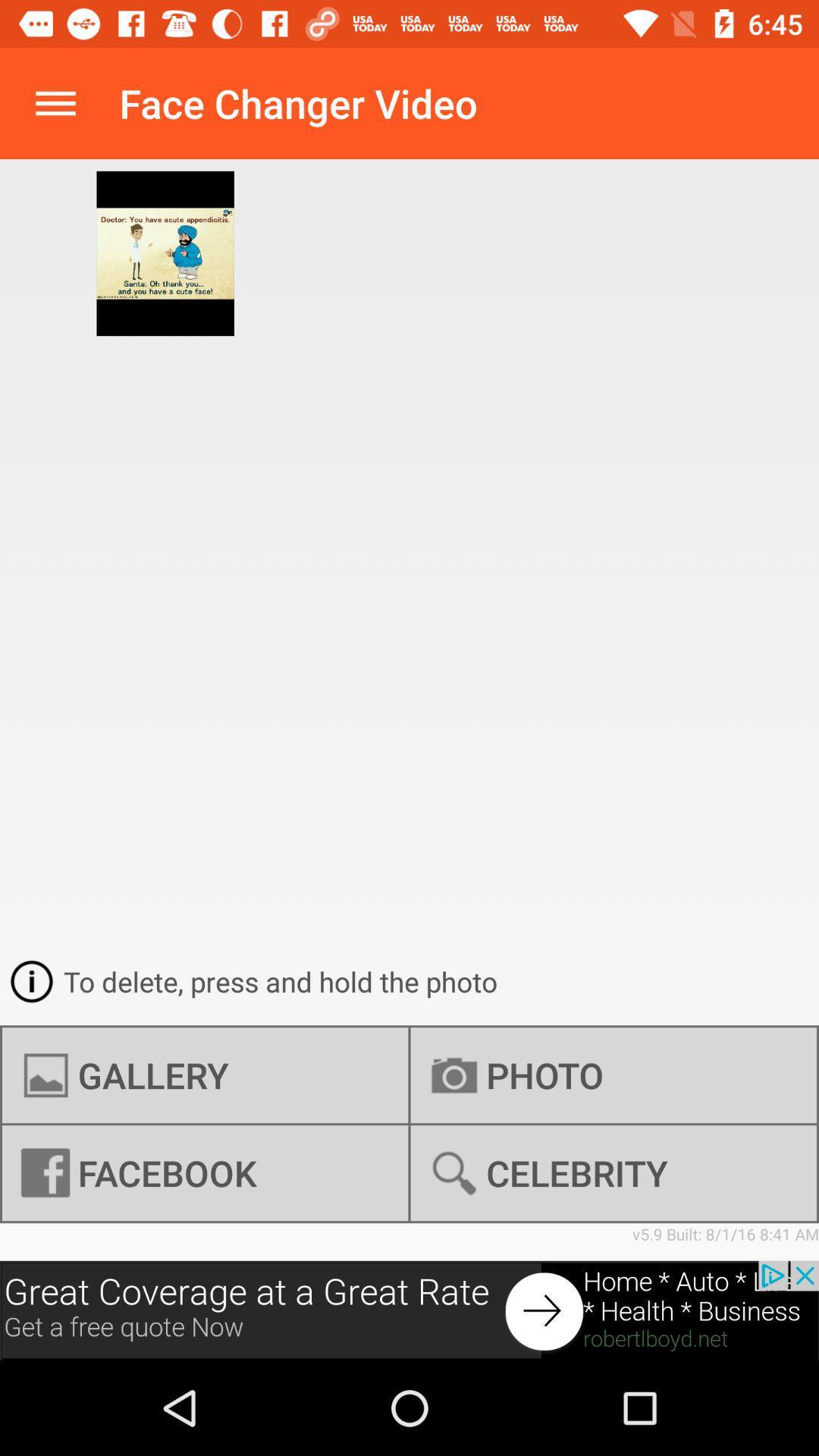 Image resolution: width=819 pixels, height=1456 pixels. What do you see at coordinates (409, 1310) in the screenshot?
I see `advertisement` at bounding box center [409, 1310].